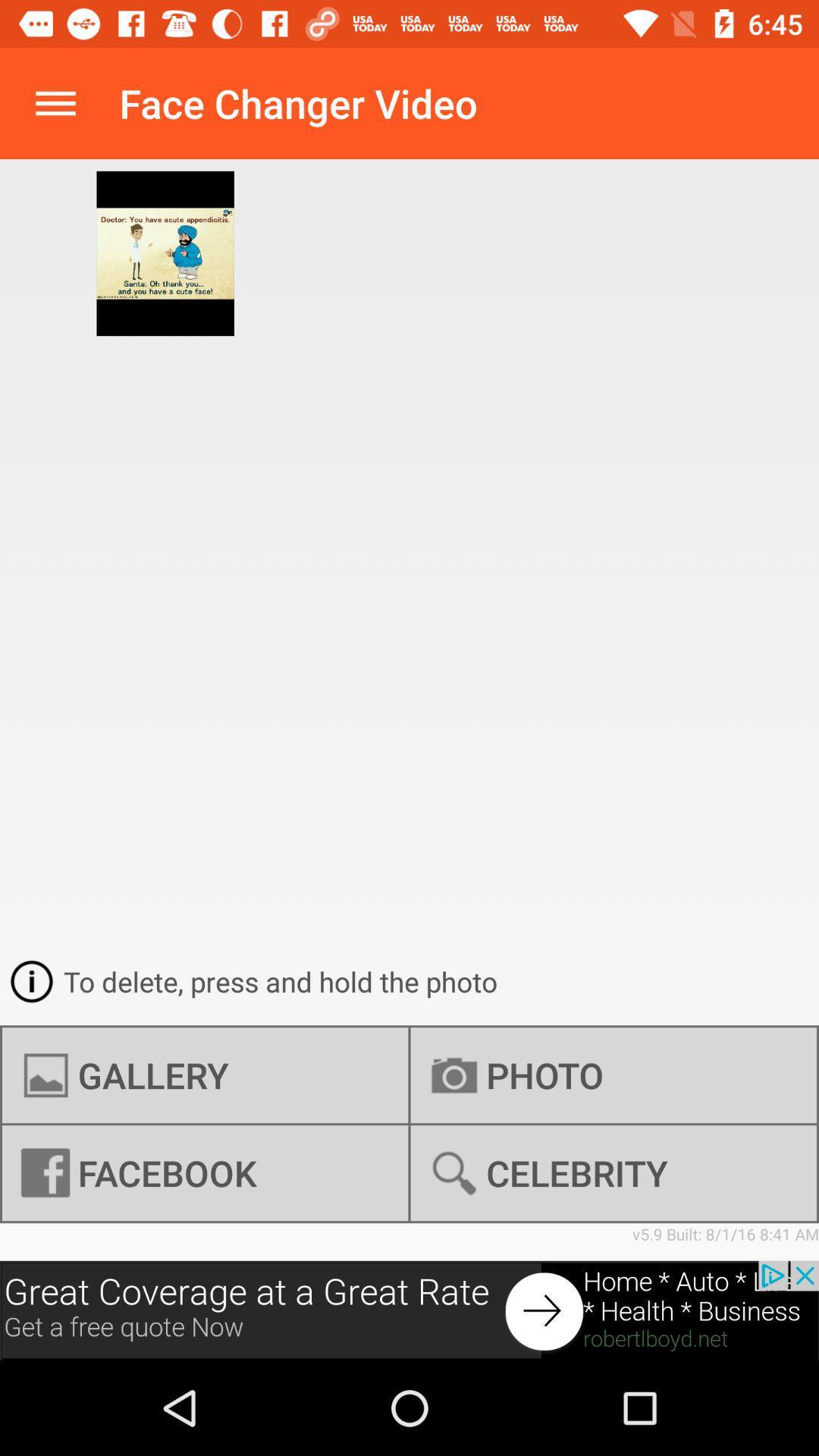 Image resolution: width=819 pixels, height=1456 pixels. What do you see at coordinates (409, 1310) in the screenshot?
I see `advertisement` at bounding box center [409, 1310].